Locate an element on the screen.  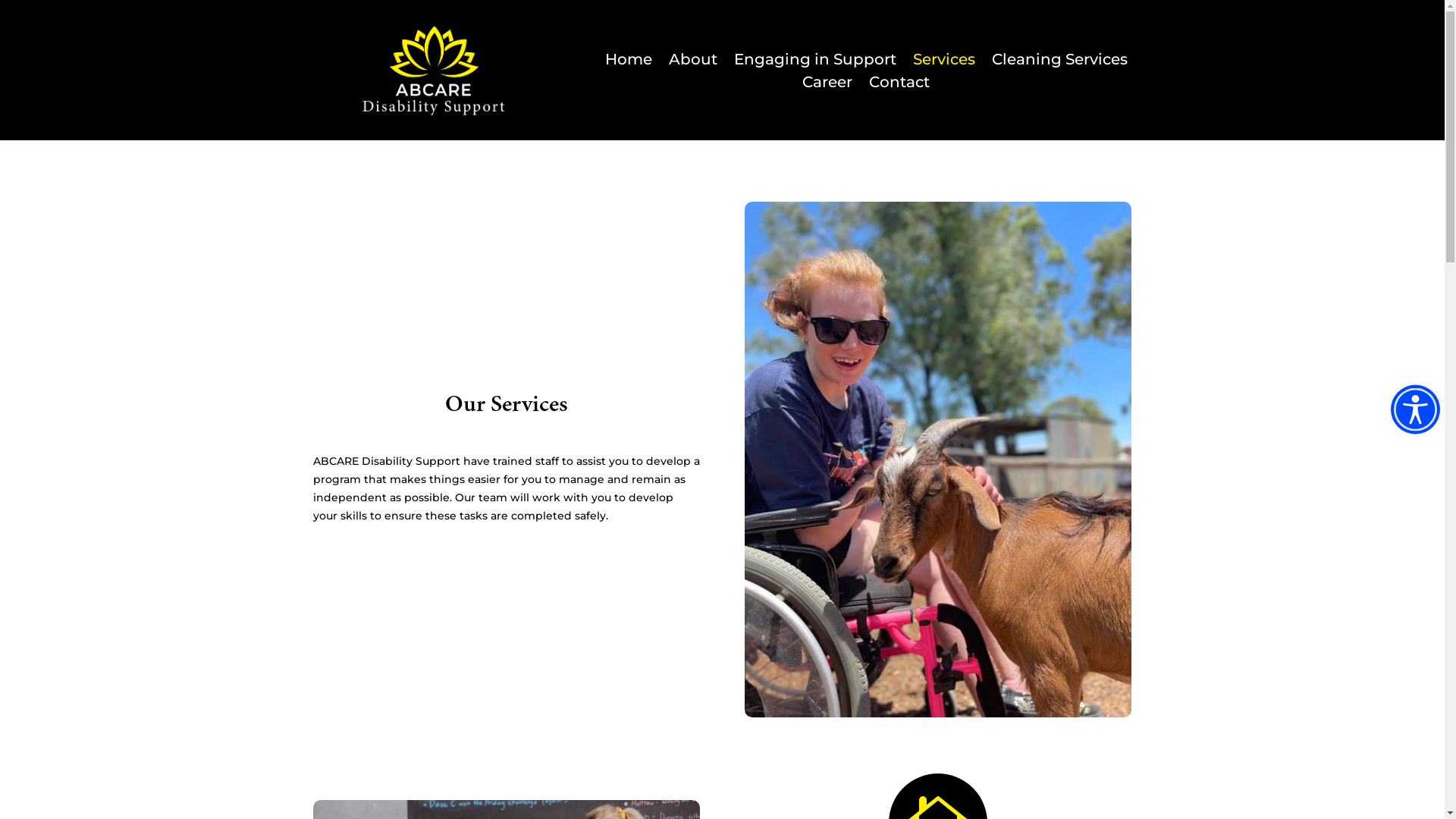
'Engaging in Support' is located at coordinates (814, 61).